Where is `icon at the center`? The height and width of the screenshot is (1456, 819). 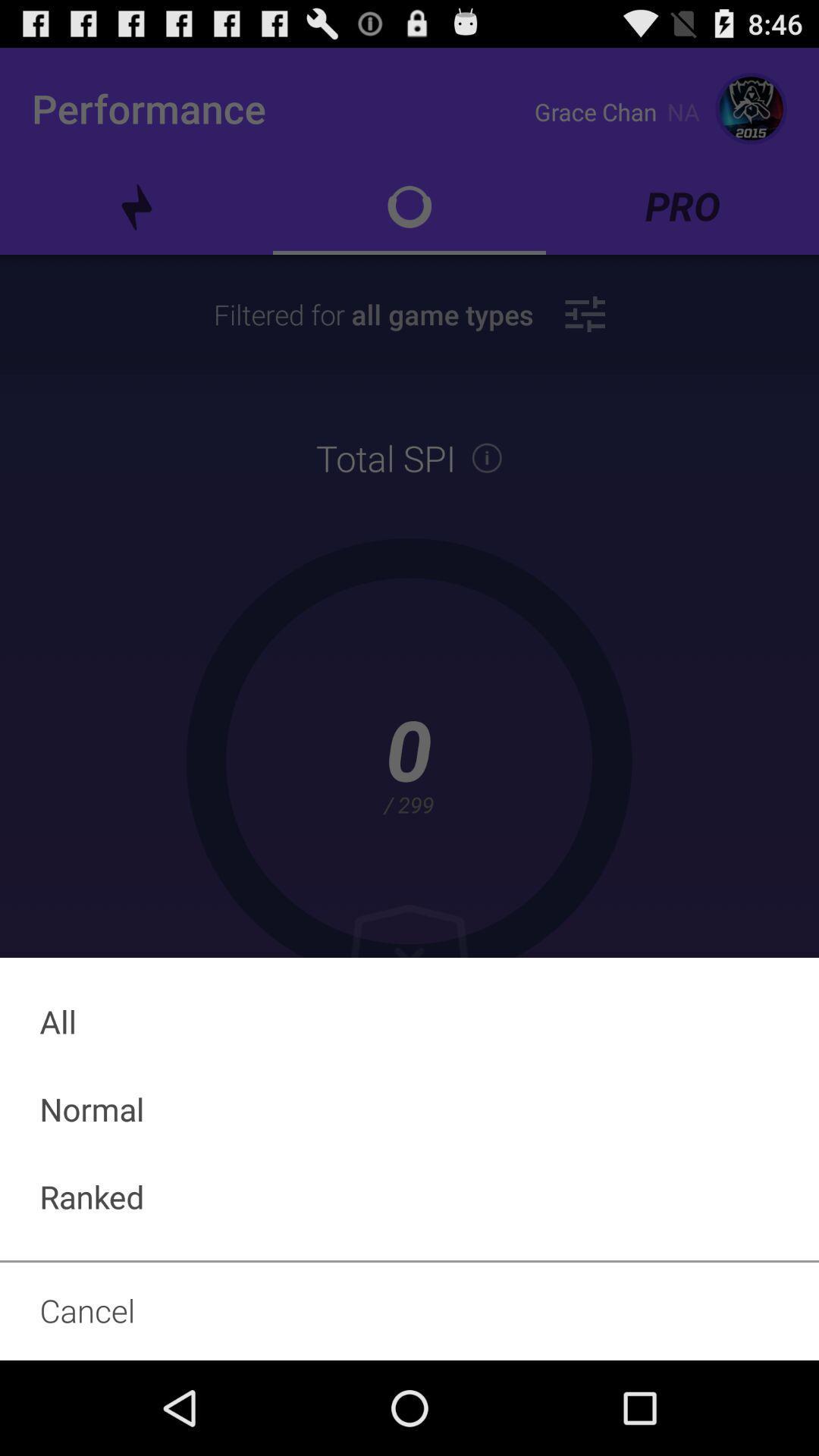 icon at the center is located at coordinates (409, 703).